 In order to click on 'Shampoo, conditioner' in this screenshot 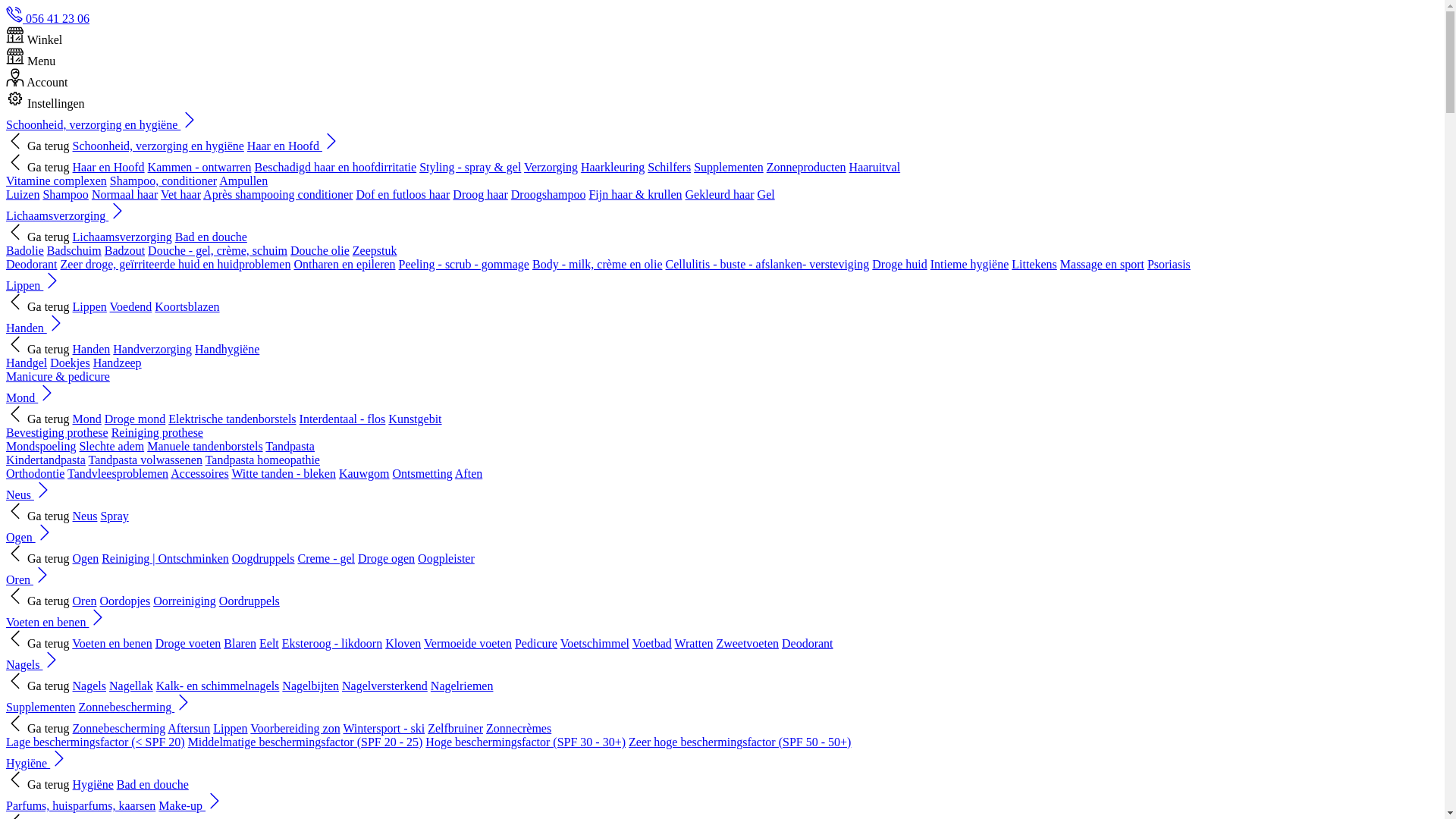, I will do `click(163, 180)`.